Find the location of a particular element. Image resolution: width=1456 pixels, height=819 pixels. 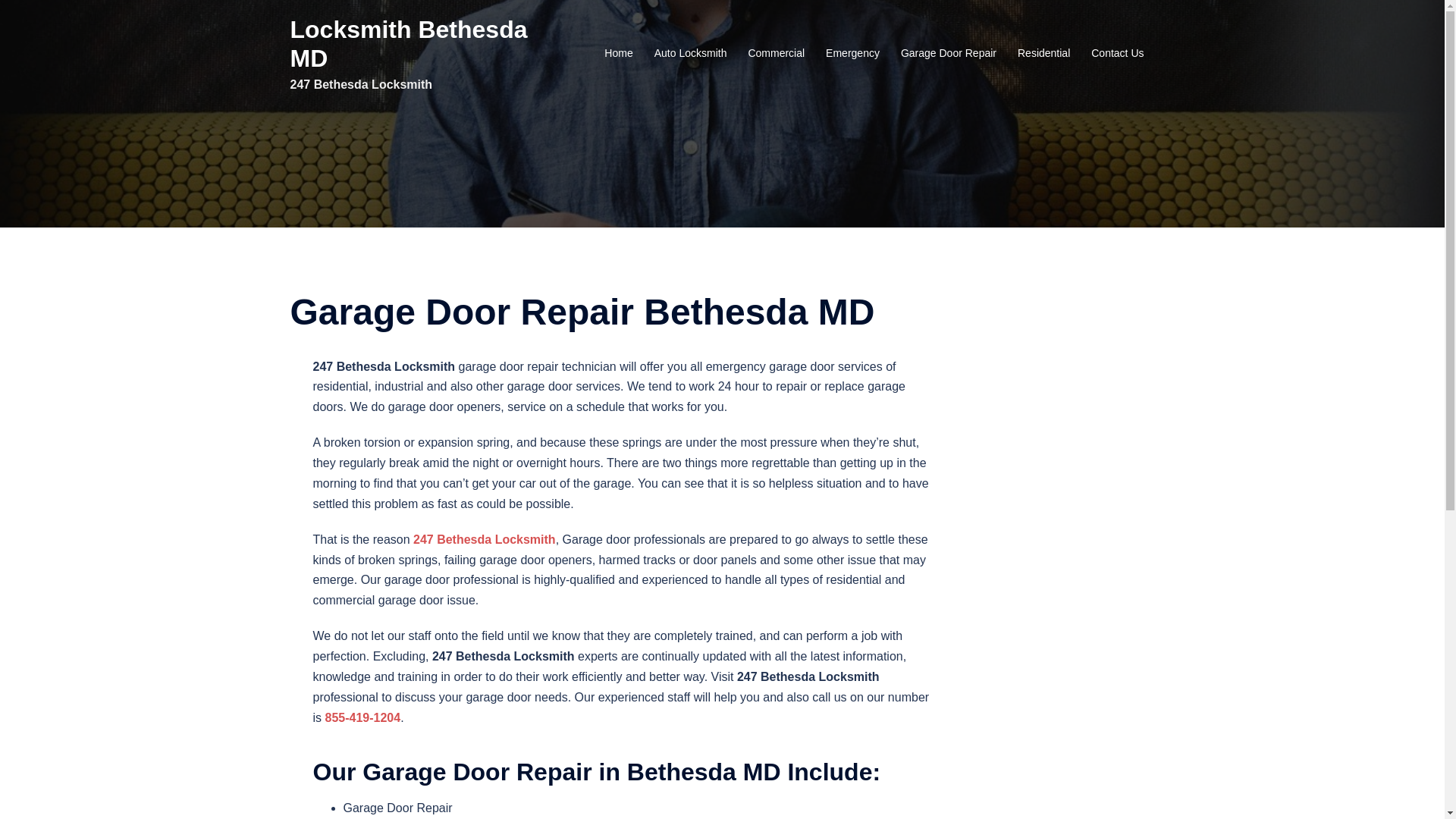

'Auto Locksmith' is located at coordinates (654, 52).